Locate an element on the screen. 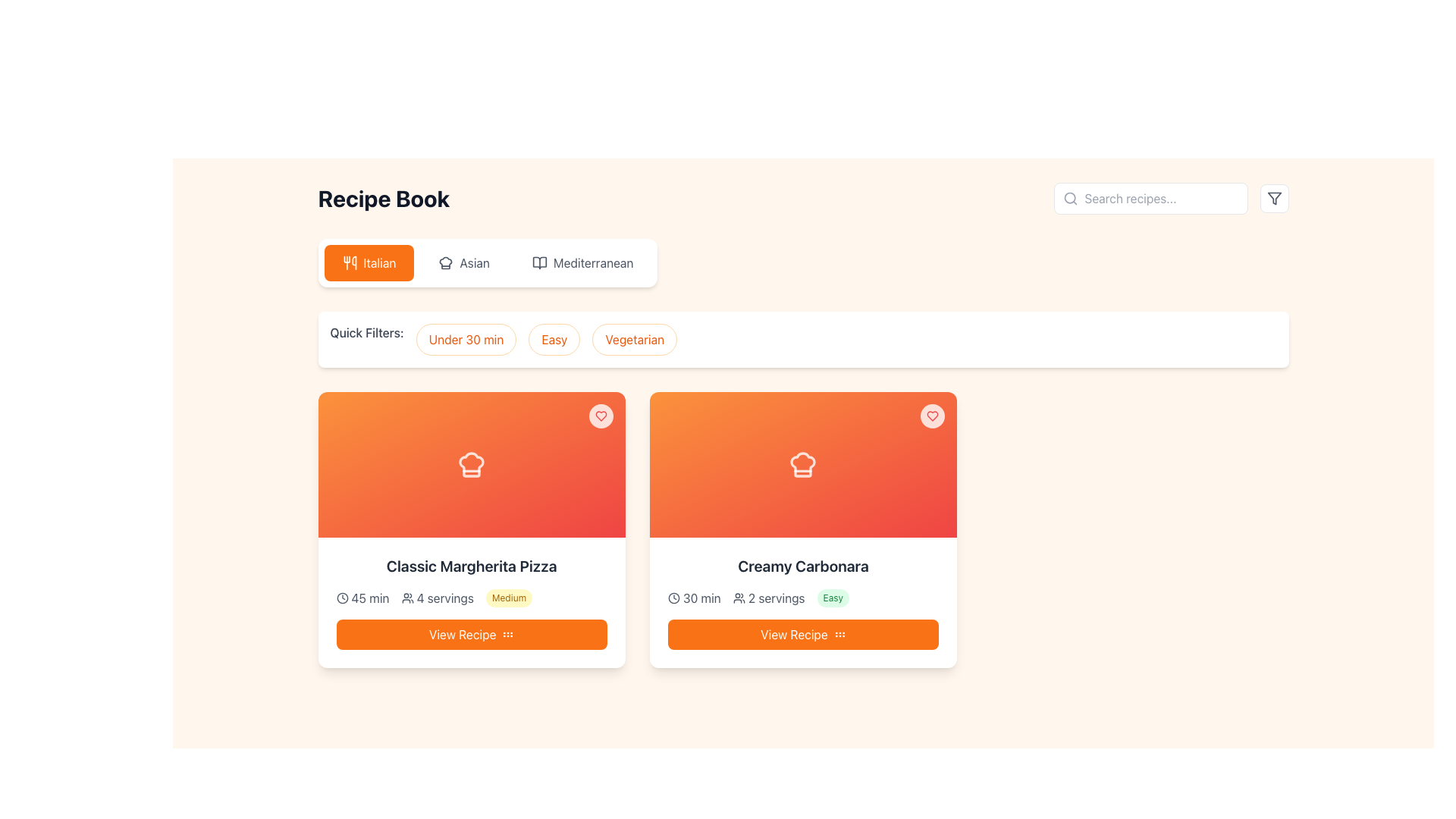  the chef's hat icon located at the top of the 'Creamy Carbonara' recipe card to initiate an action or navigate is located at coordinates (802, 463).